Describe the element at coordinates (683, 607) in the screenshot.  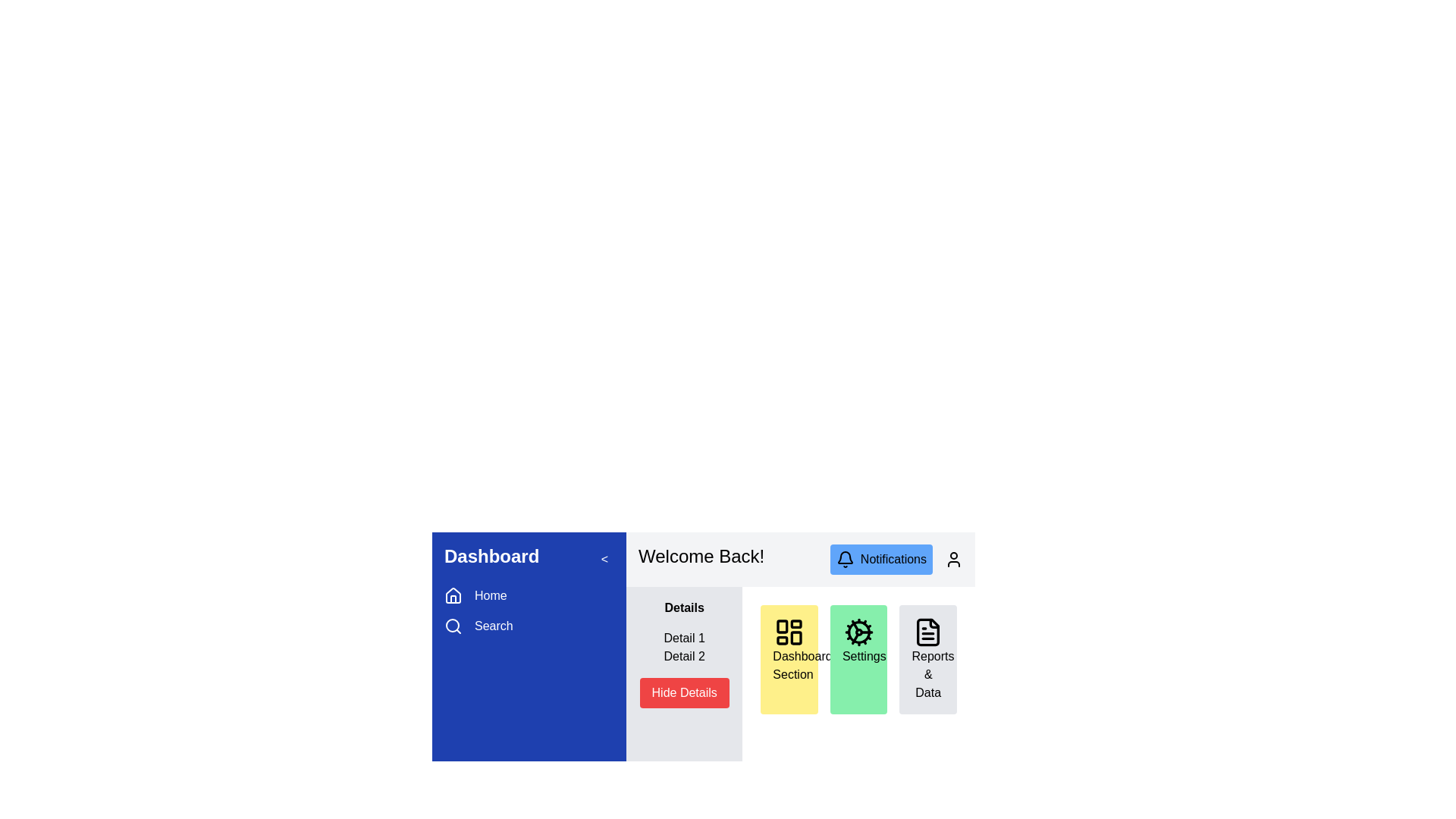
I see `the Text label that serves as a title or heading for the gray section, positioned above other labels and a red button labeled 'Hide Details'` at that location.